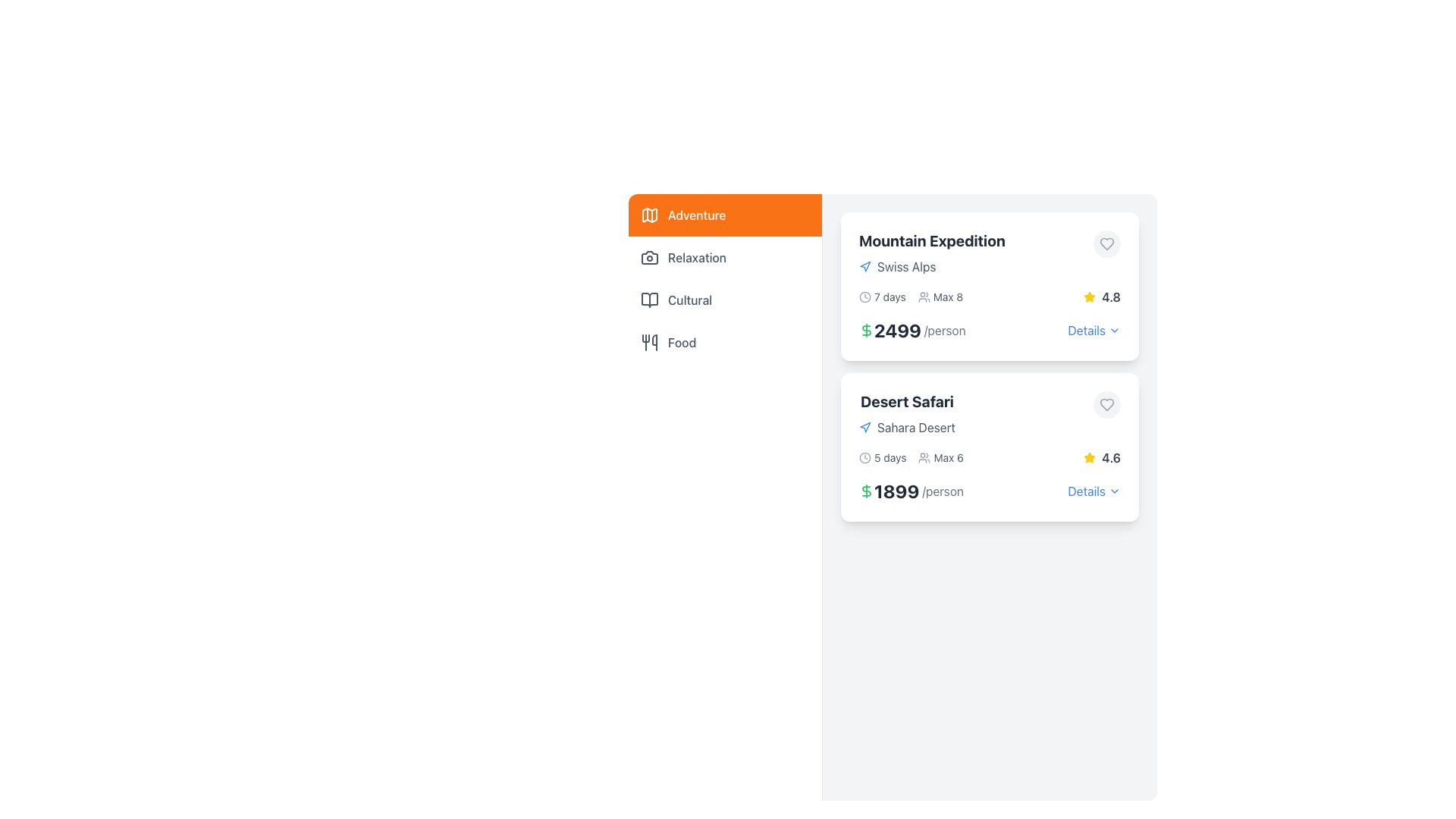 This screenshot has height=819, width=1456. I want to click on the text label displaying 'Swiss Alps' in gray font, which is part of the 'Mountain Expedition' listing and positioned to the right of the navigation icon, so click(906, 265).